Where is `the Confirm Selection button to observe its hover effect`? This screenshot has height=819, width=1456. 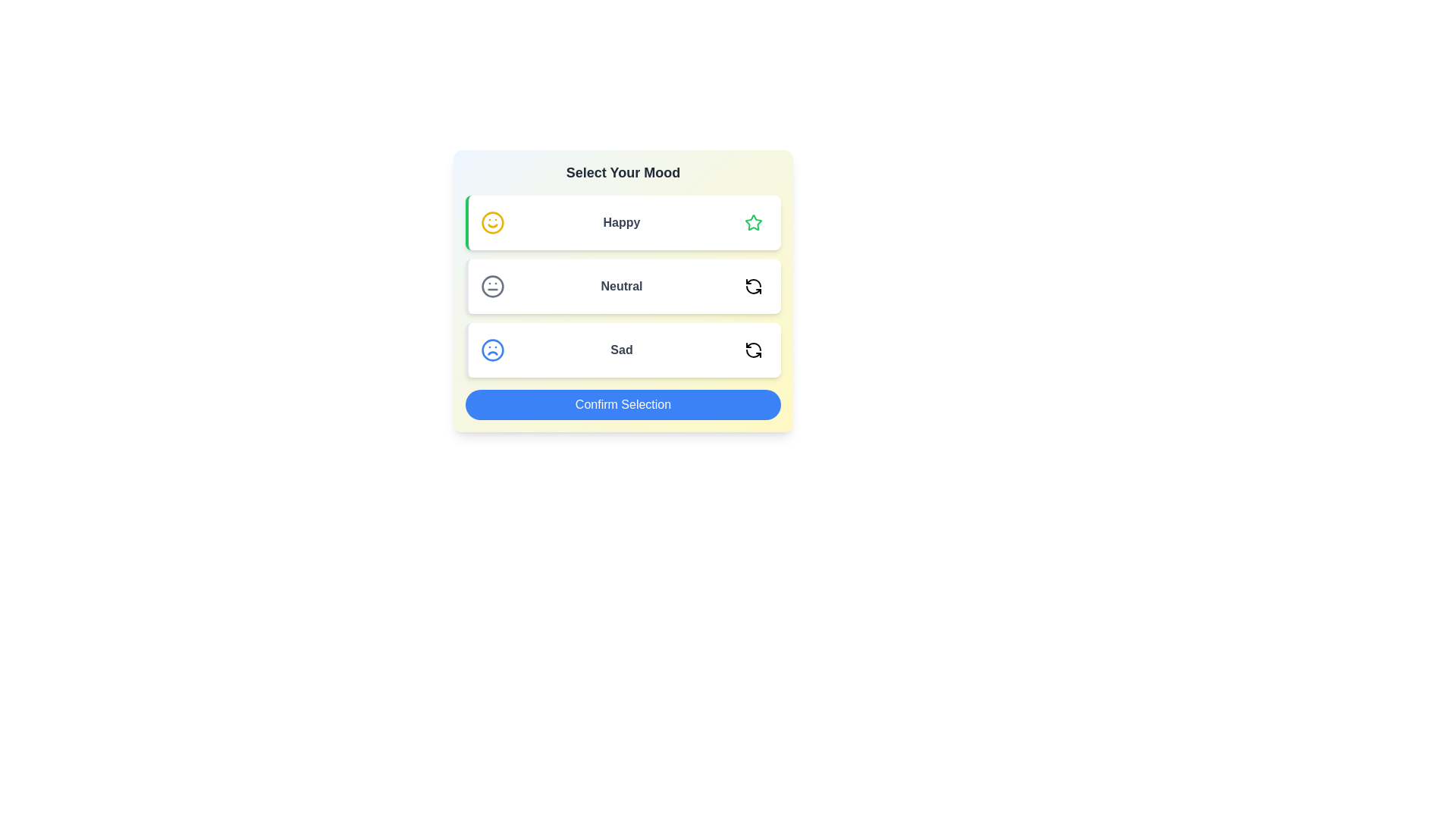 the Confirm Selection button to observe its hover effect is located at coordinates (623, 403).